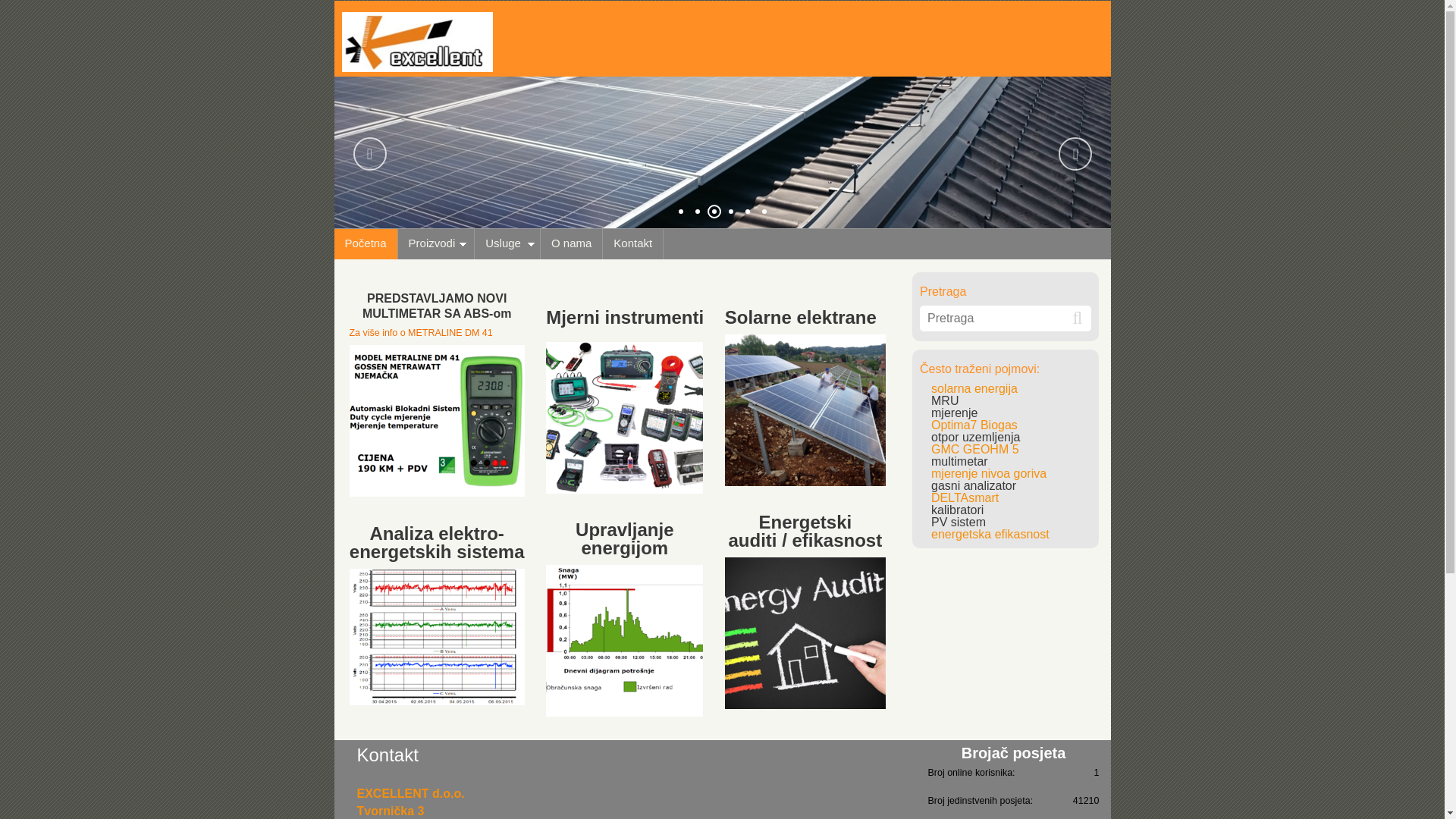 This screenshot has width=1456, height=819. Describe the element at coordinates (959, 460) in the screenshot. I see `'multimetar'` at that location.